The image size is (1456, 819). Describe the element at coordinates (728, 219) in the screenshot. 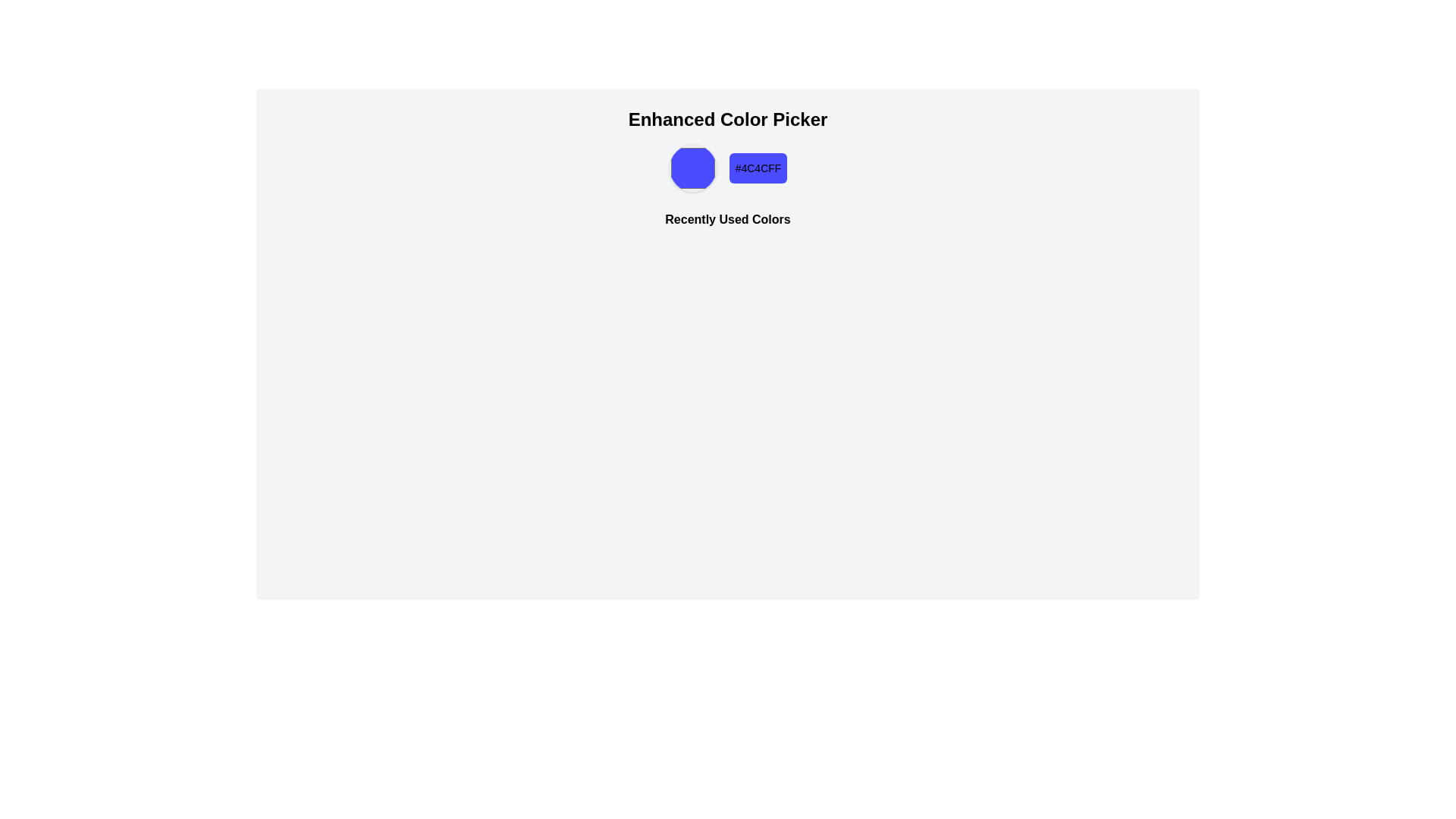

I see `the 'Recently Used Colors' text label, which is a bold black text on a light gray background, serving as a header for a section` at that location.